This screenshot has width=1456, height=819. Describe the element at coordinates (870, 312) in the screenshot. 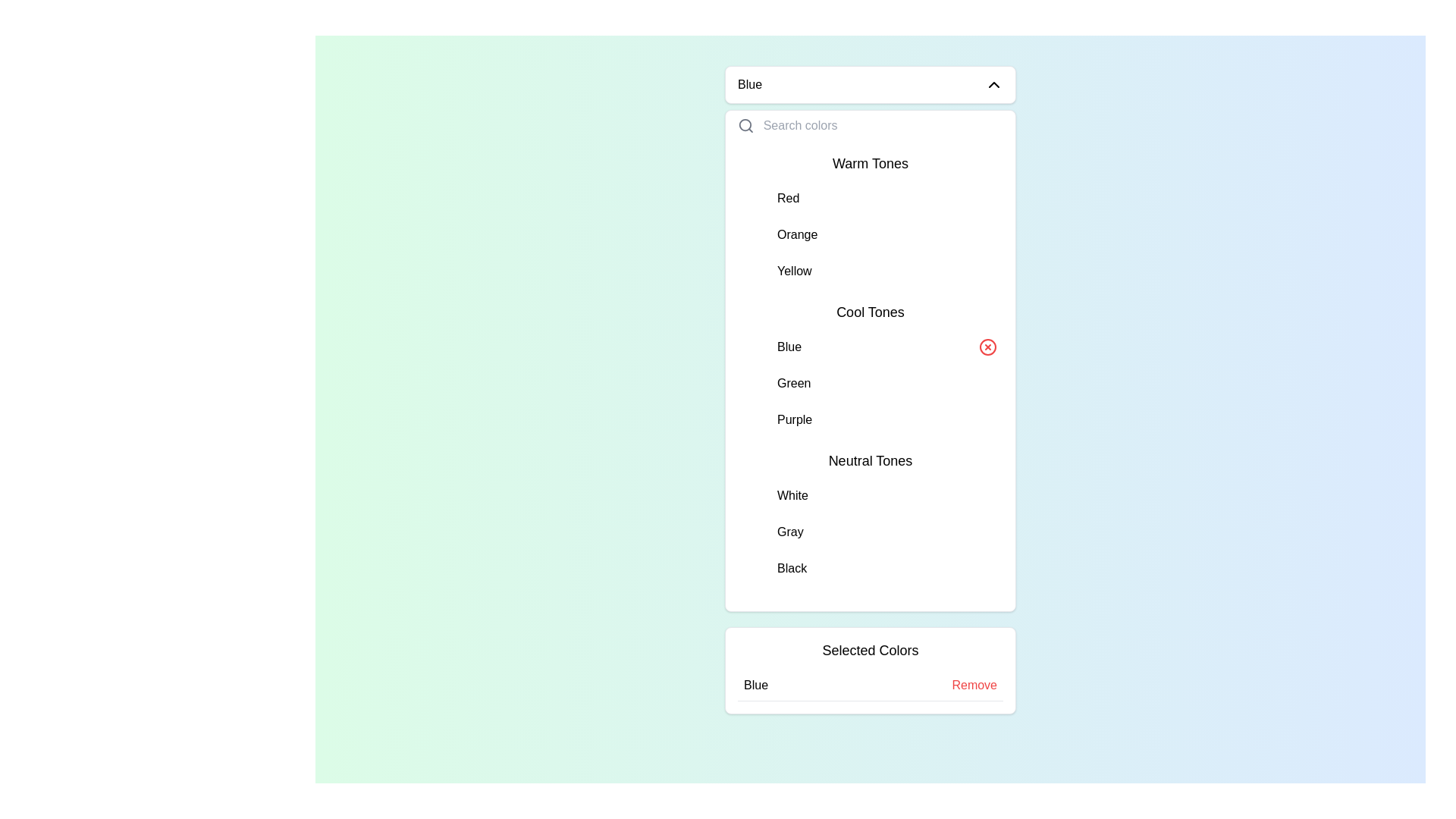

I see `the 'Cool Tones' text label located in the dropdown menu below the 'Warm Tones' category, which serves as a title for the colors 'Blue', 'Green', and 'Purple'` at that location.